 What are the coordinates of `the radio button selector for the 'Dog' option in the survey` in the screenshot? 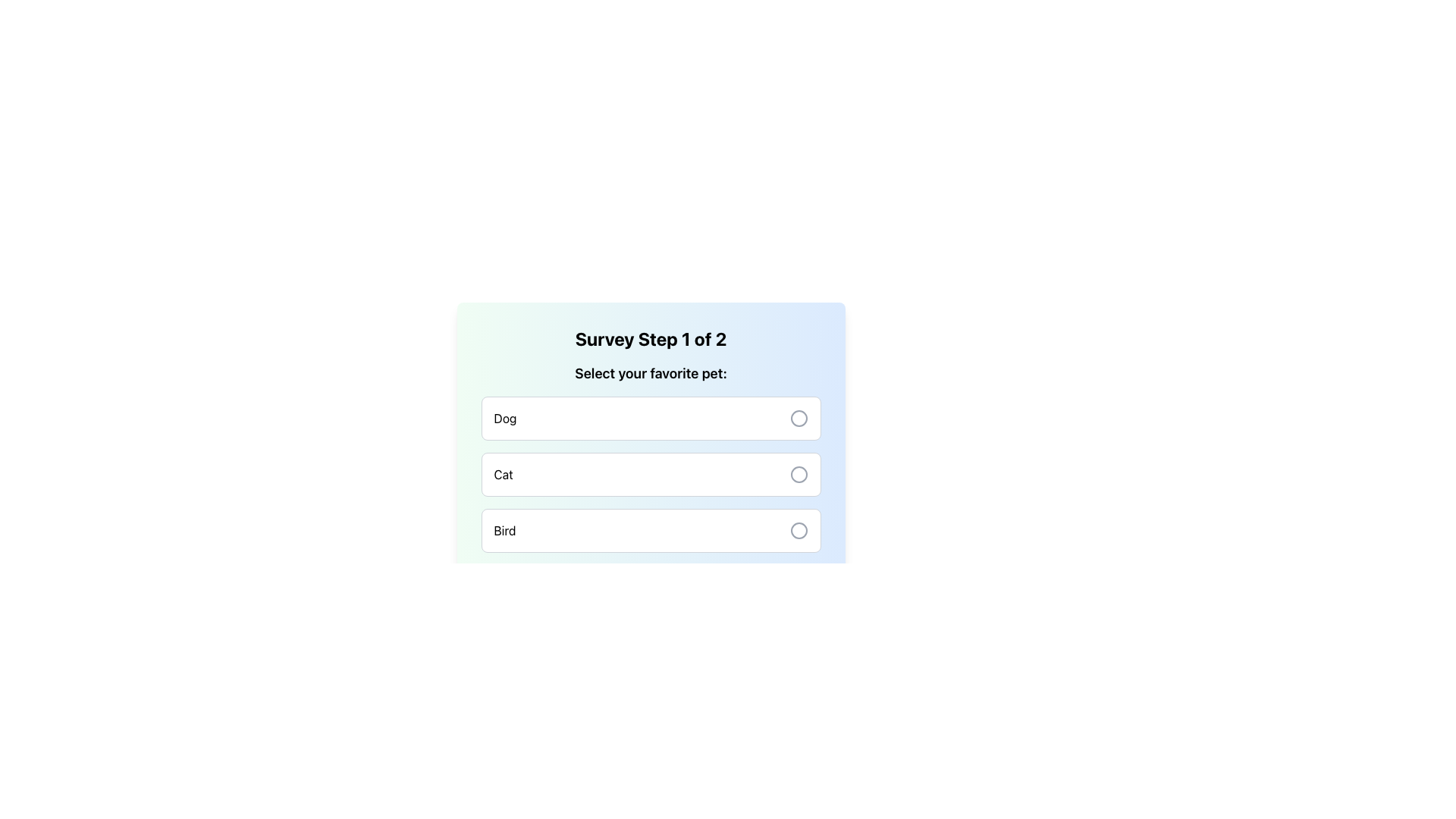 It's located at (798, 418).